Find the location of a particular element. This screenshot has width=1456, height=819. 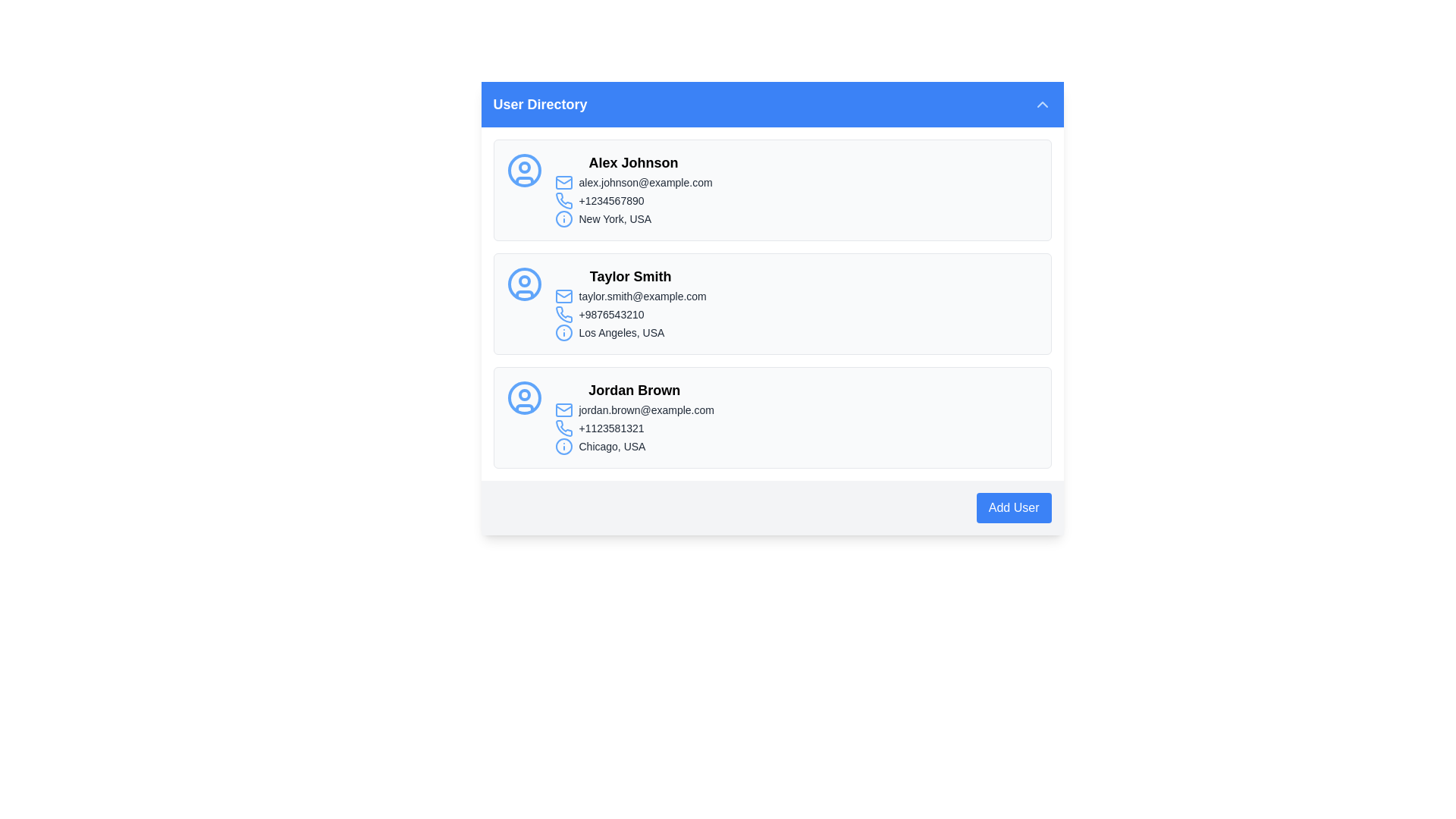

the email address 'taylor.smith@example.com' displayed in gray font to highlight it is located at coordinates (630, 296).